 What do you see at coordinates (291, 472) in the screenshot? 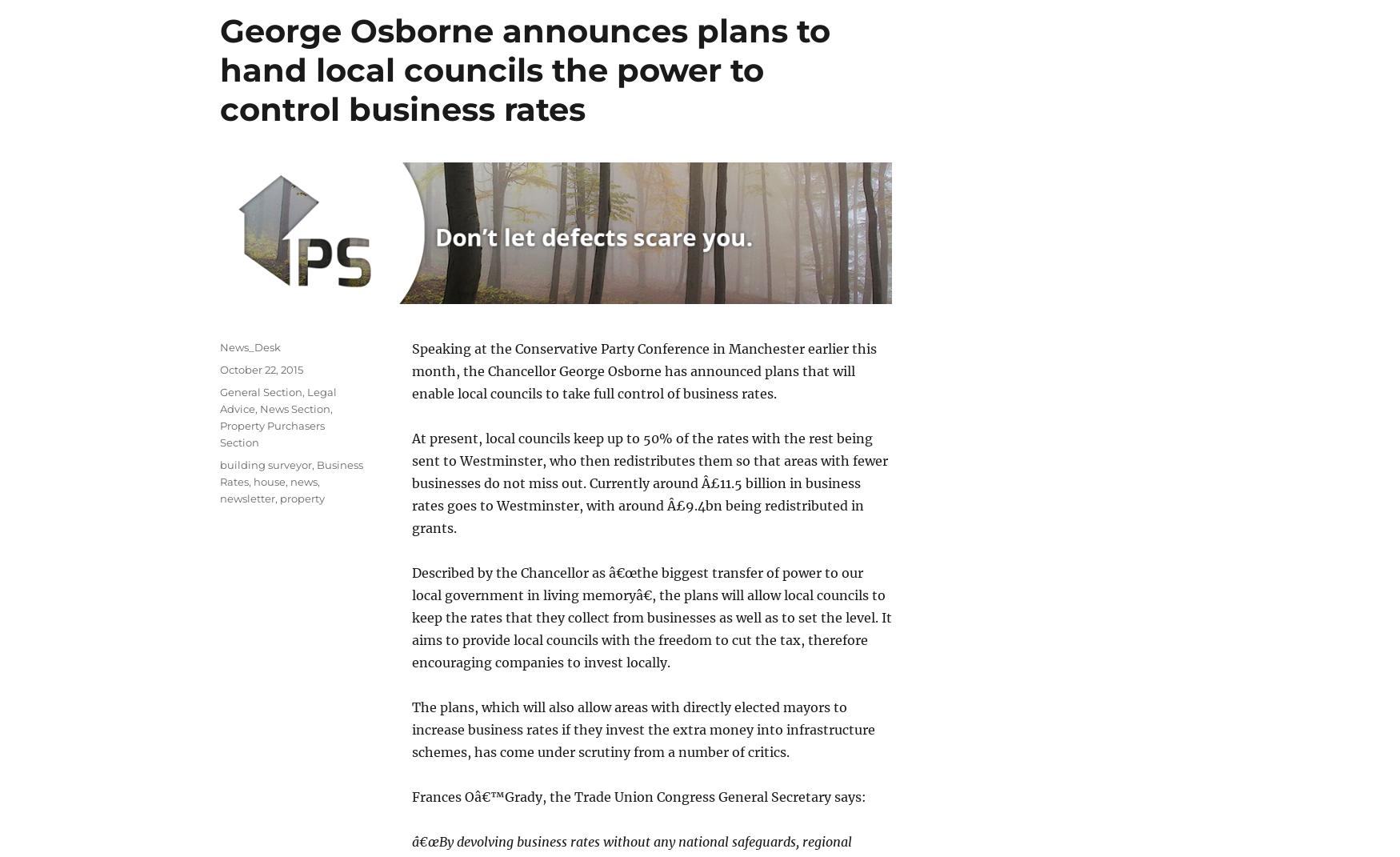
I see `'Business Rates'` at bounding box center [291, 472].